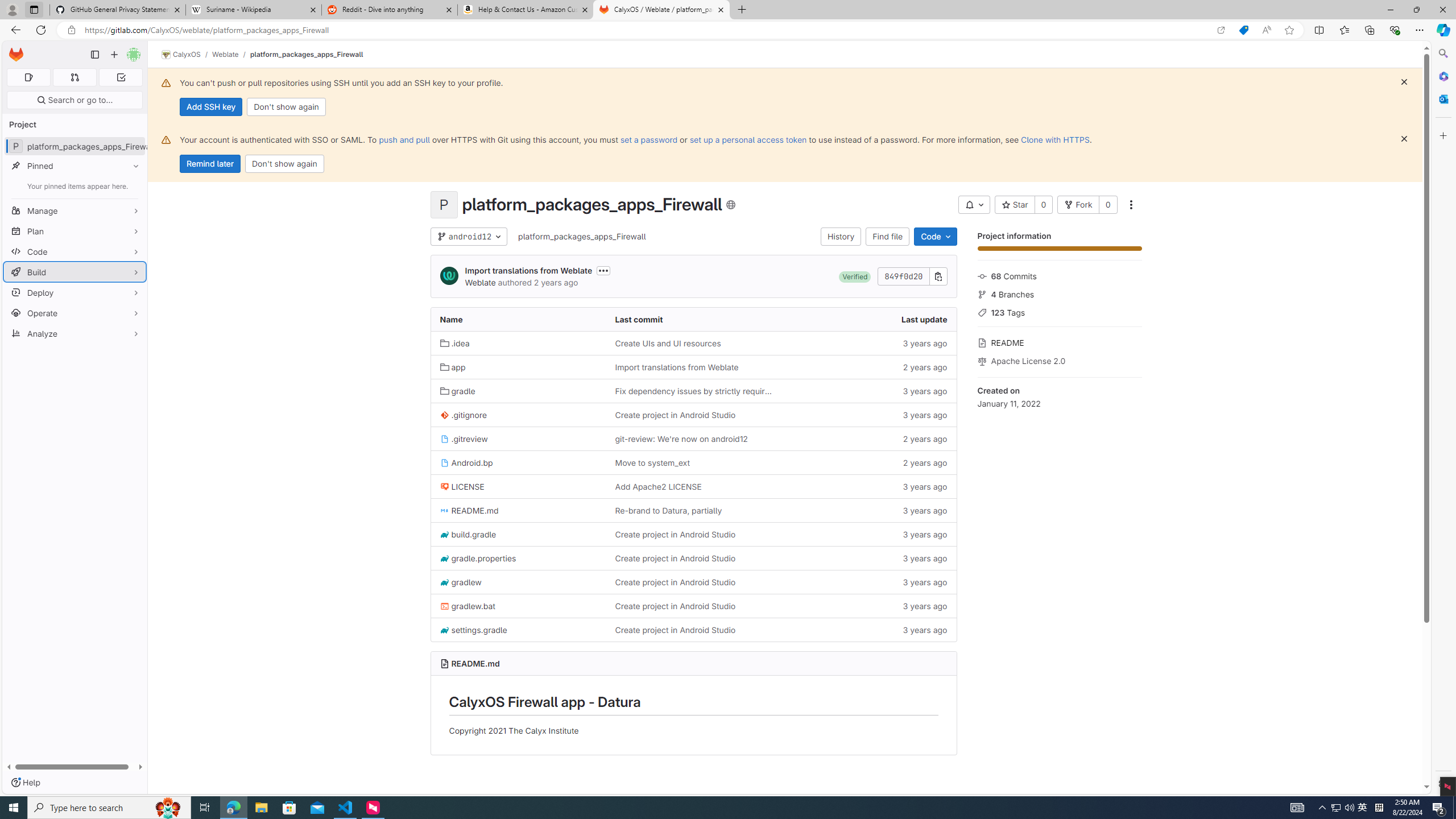 This screenshot has height=819, width=1456. What do you see at coordinates (681, 438) in the screenshot?
I see `'git-review: We'` at bounding box center [681, 438].